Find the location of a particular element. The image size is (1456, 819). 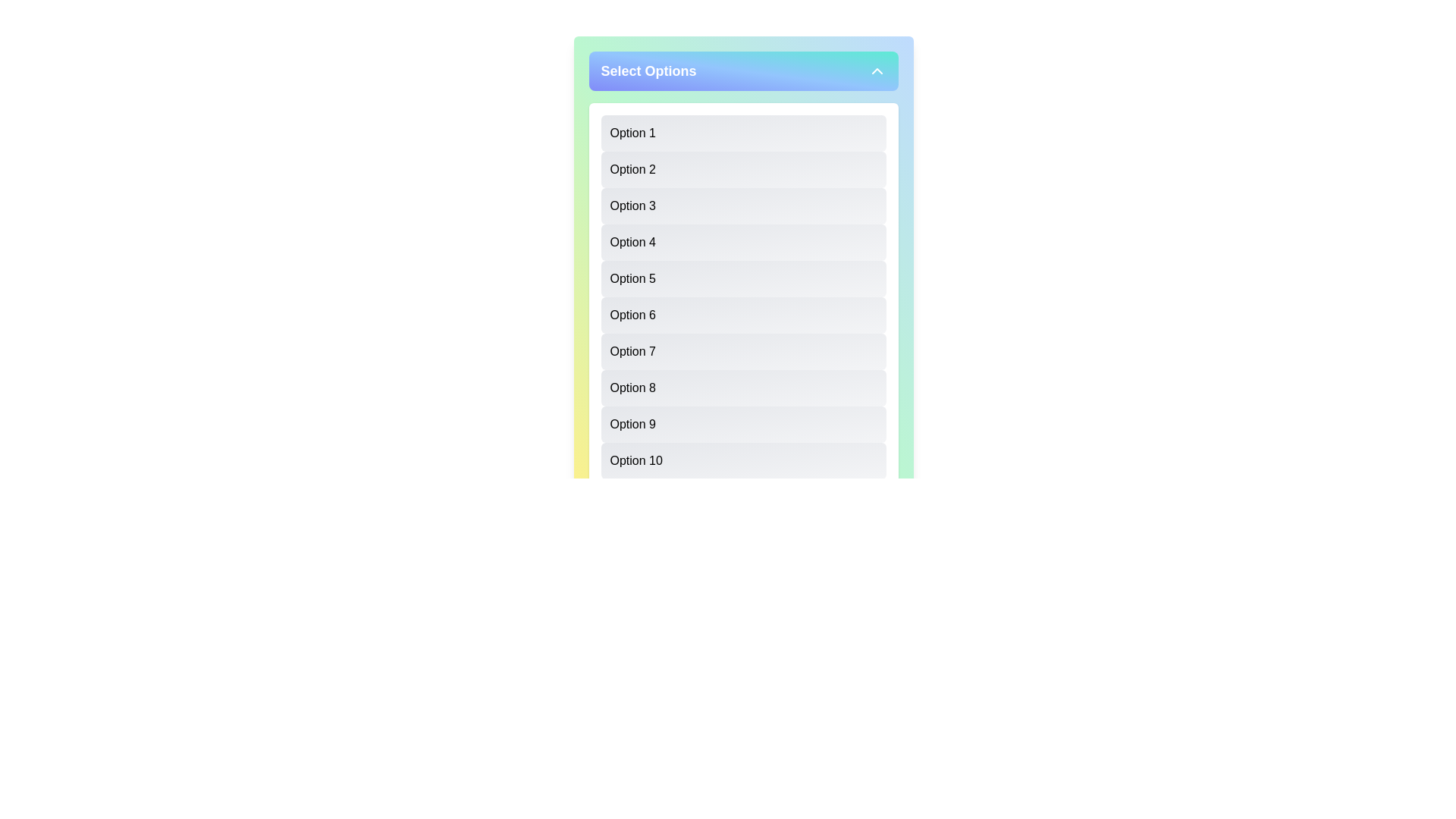

the 'Option 8' button, which is a rectangular button with a gradient background and left-aligned text is located at coordinates (743, 388).